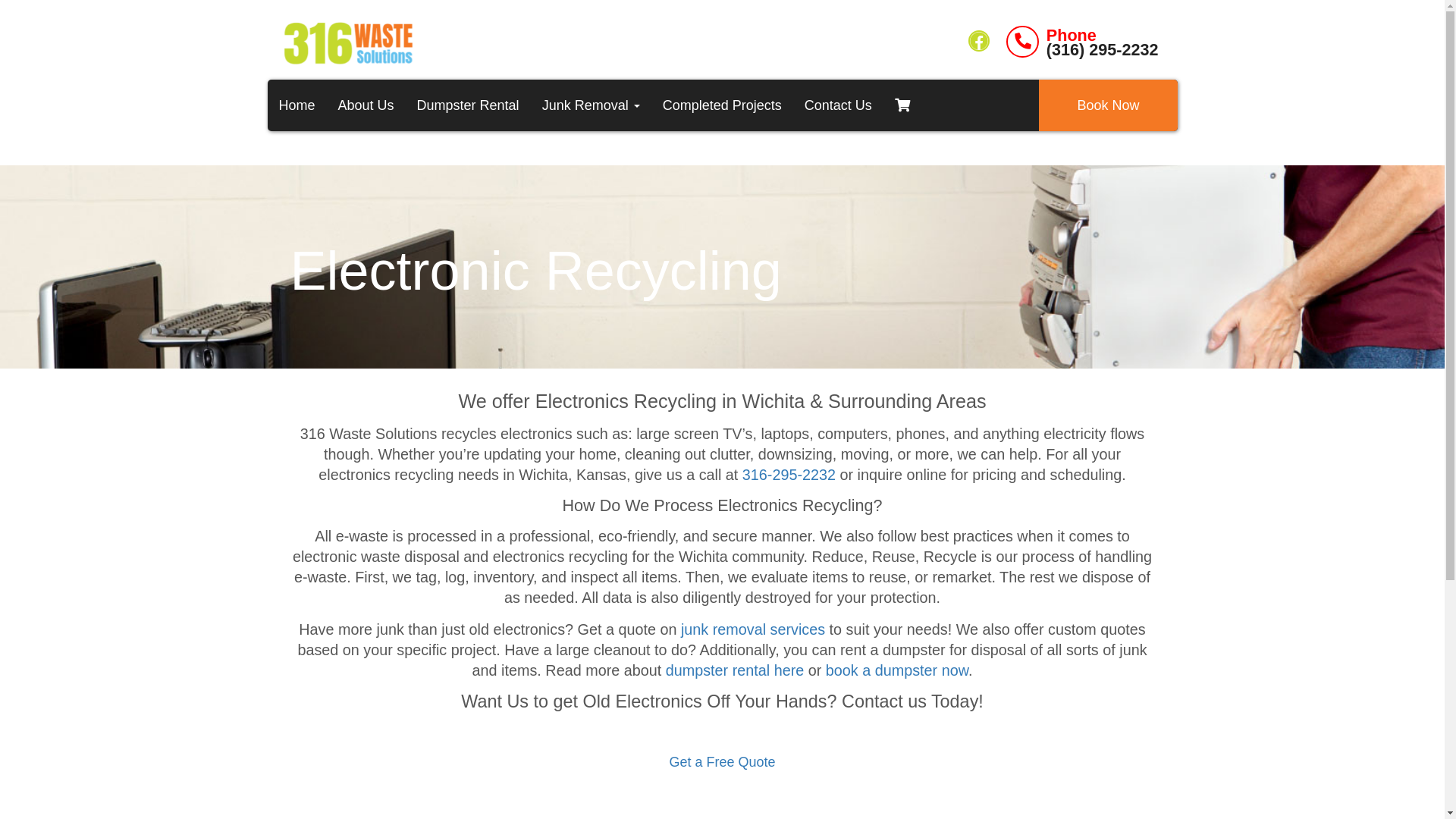 This screenshot has height=819, width=1456. What do you see at coordinates (467, 104) in the screenshot?
I see `'Dumpster Rental'` at bounding box center [467, 104].